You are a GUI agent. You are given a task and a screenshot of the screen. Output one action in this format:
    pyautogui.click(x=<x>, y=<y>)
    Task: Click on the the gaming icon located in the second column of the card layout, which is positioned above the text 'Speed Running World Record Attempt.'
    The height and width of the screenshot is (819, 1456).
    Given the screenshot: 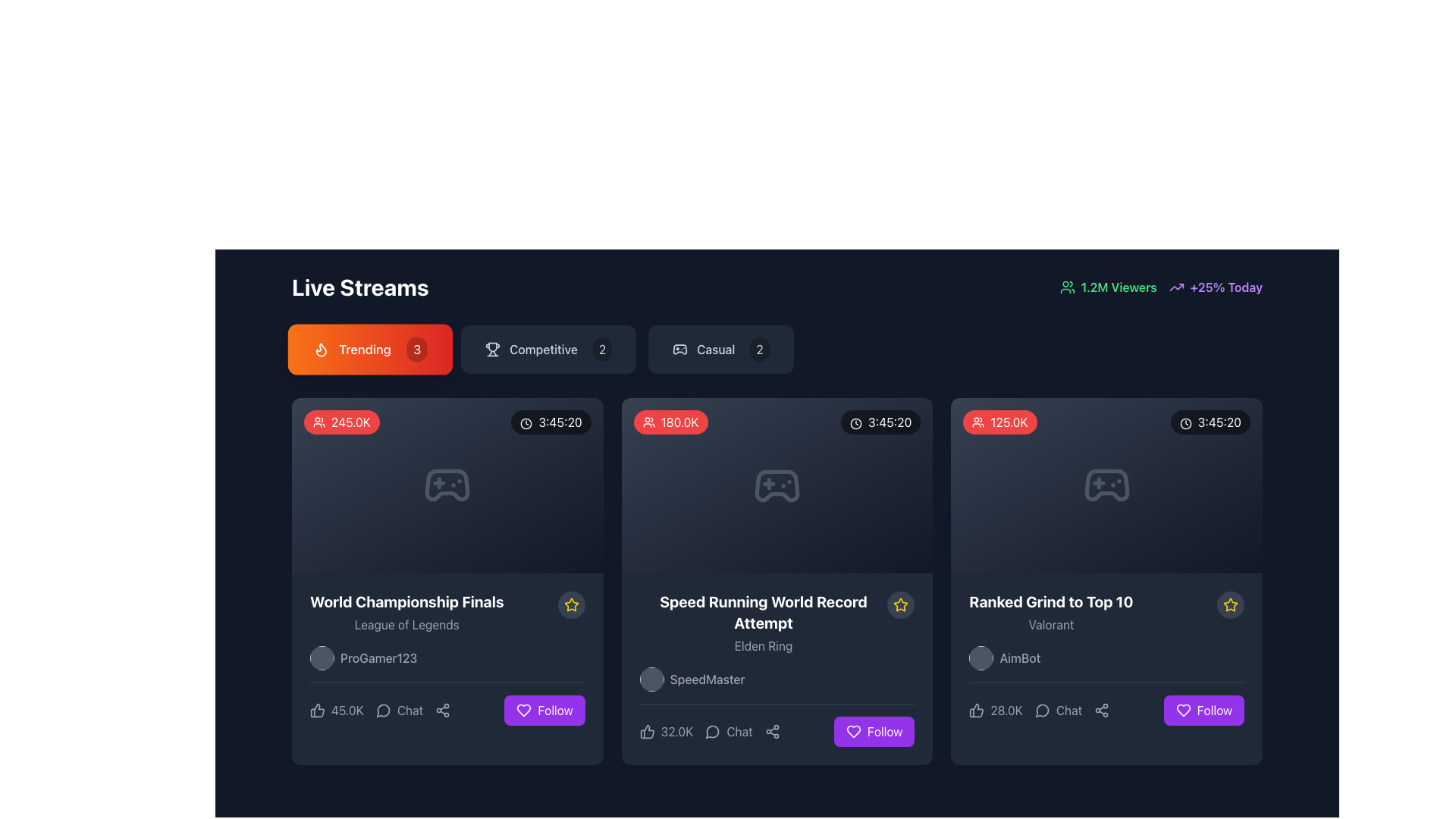 What is the action you would take?
    pyautogui.click(x=777, y=485)
    